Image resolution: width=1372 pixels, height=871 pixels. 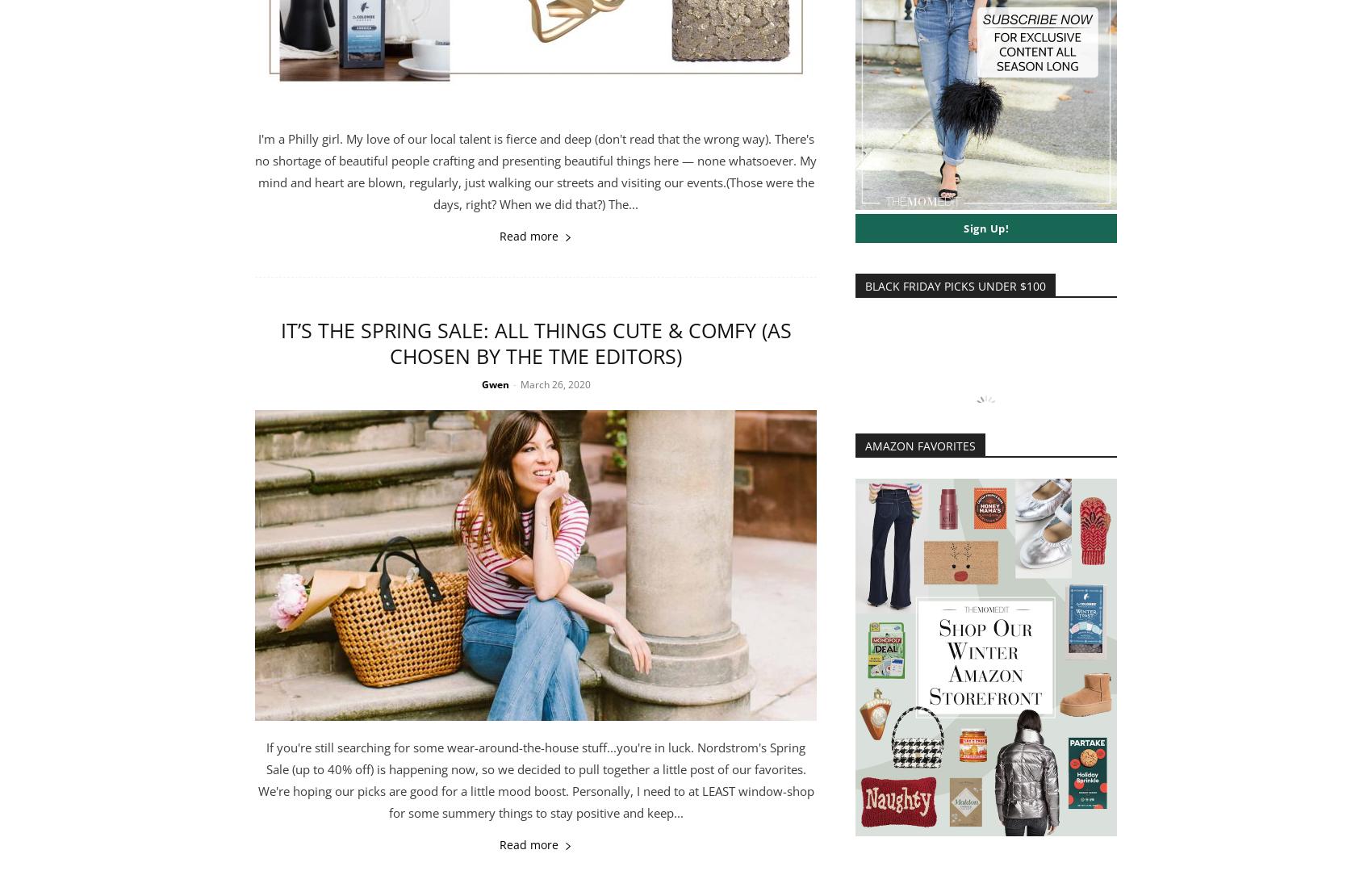 What do you see at coordinates (480, 383) in the screenshot?
I see `'Gwen'` at bounding box center [480, 383].